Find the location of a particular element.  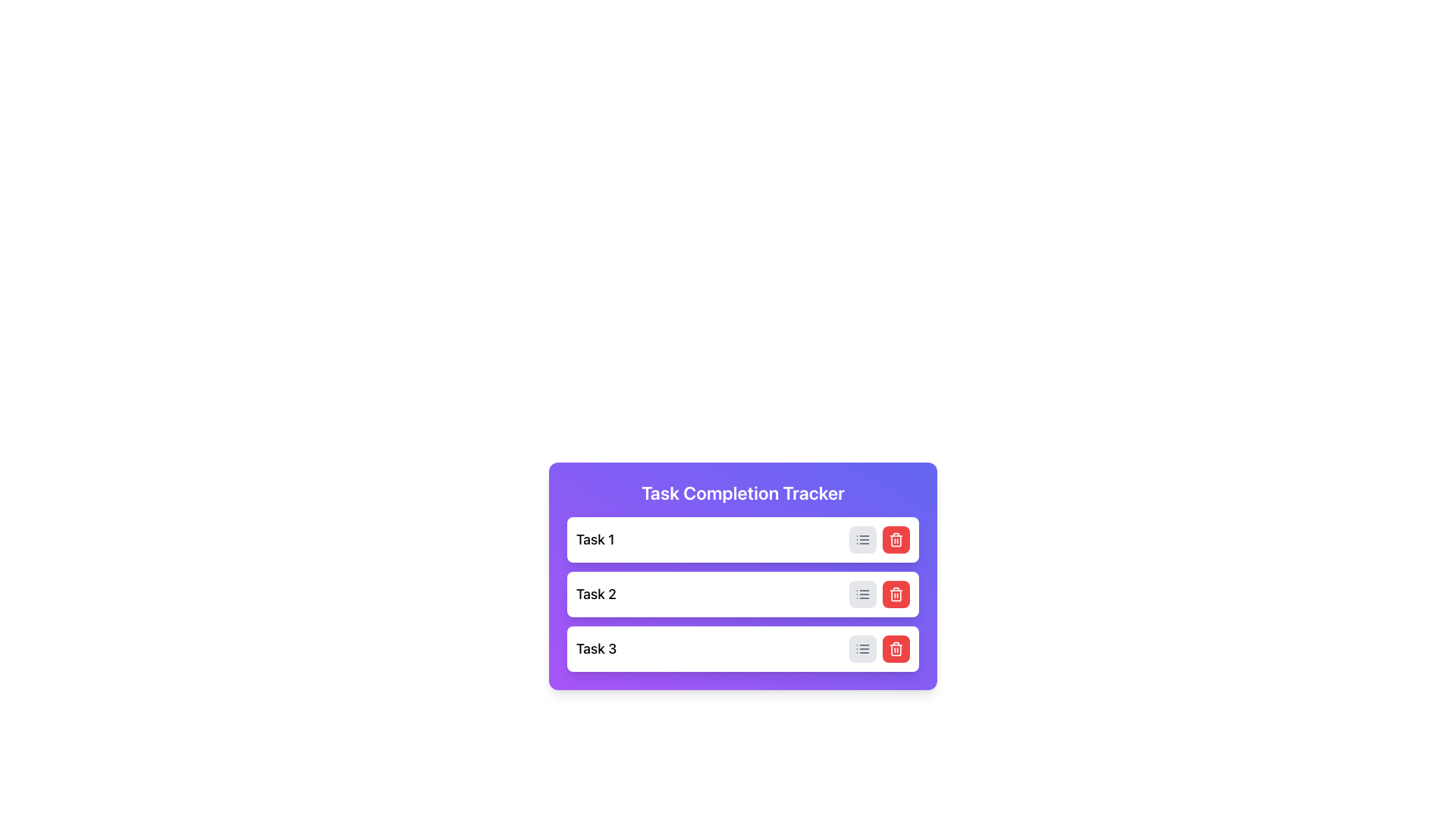

the delete button located on the right side of the second task in the vertical list is located at coordinates (896, 593).